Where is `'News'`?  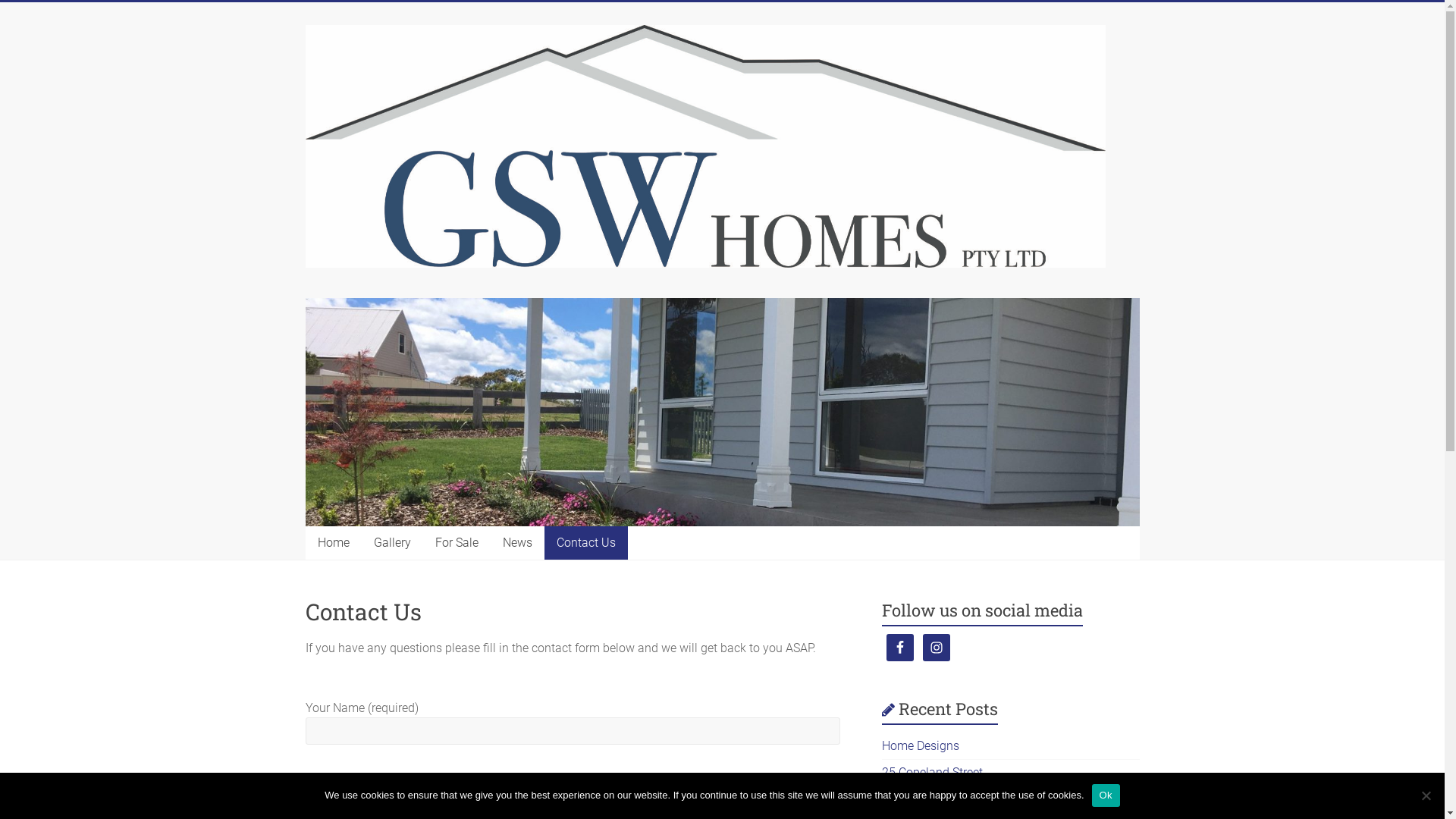 'News' is located at coordinates (516, 542).